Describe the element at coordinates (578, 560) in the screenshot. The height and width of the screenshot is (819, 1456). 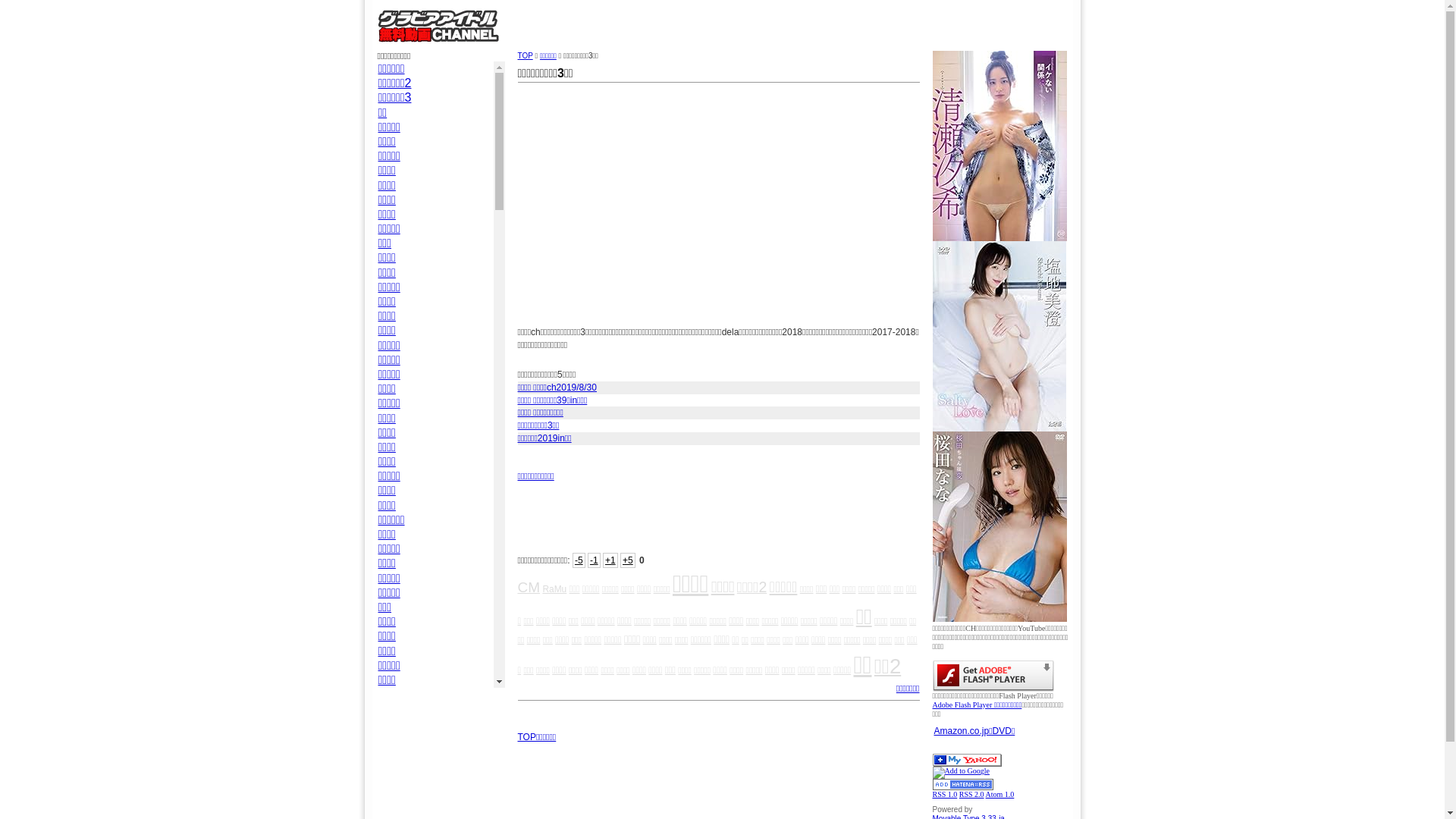
I see `'-5'` at that location.